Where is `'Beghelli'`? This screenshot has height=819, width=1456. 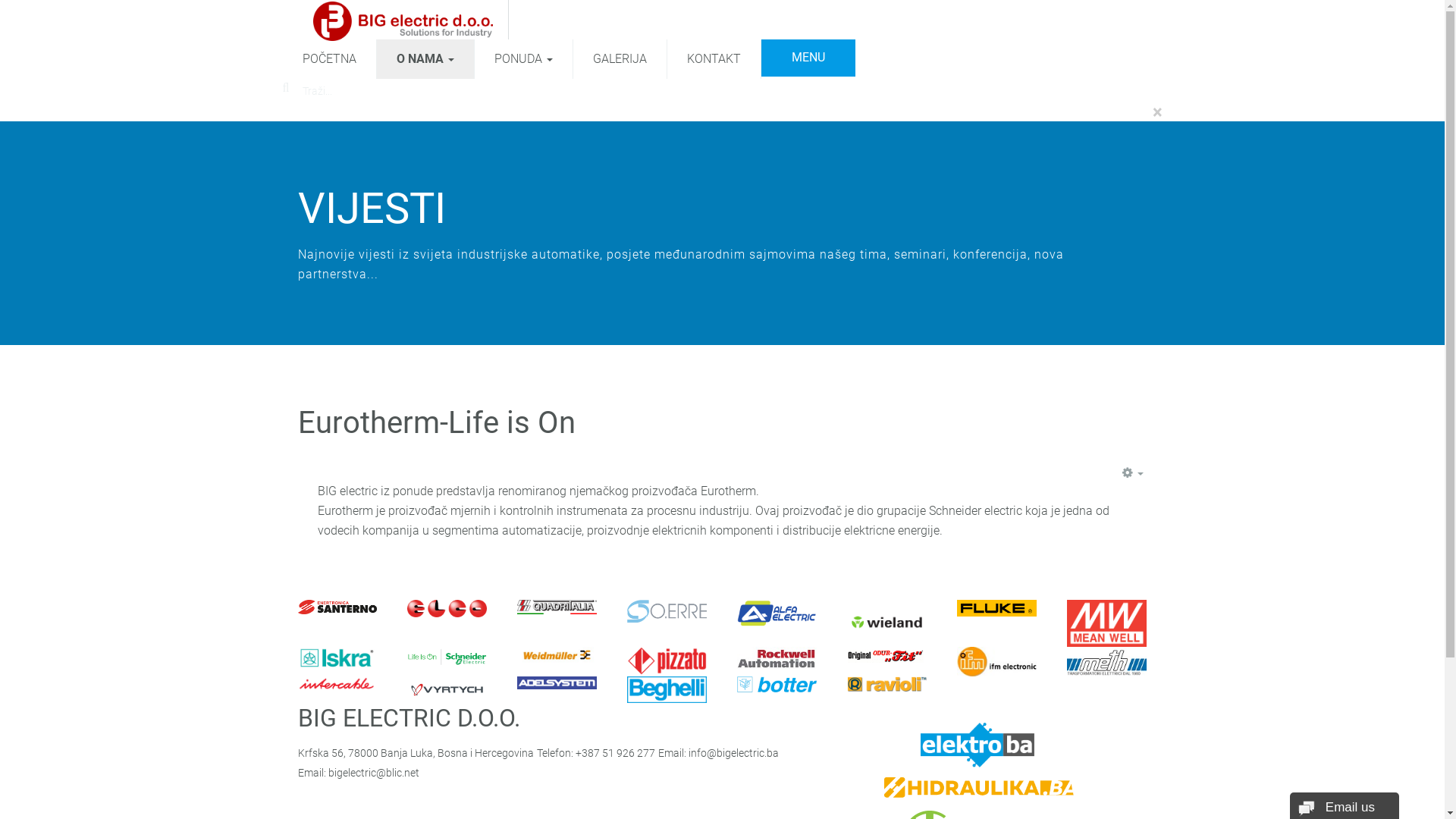 'Beghelli' is located at coordinates (667, 690).